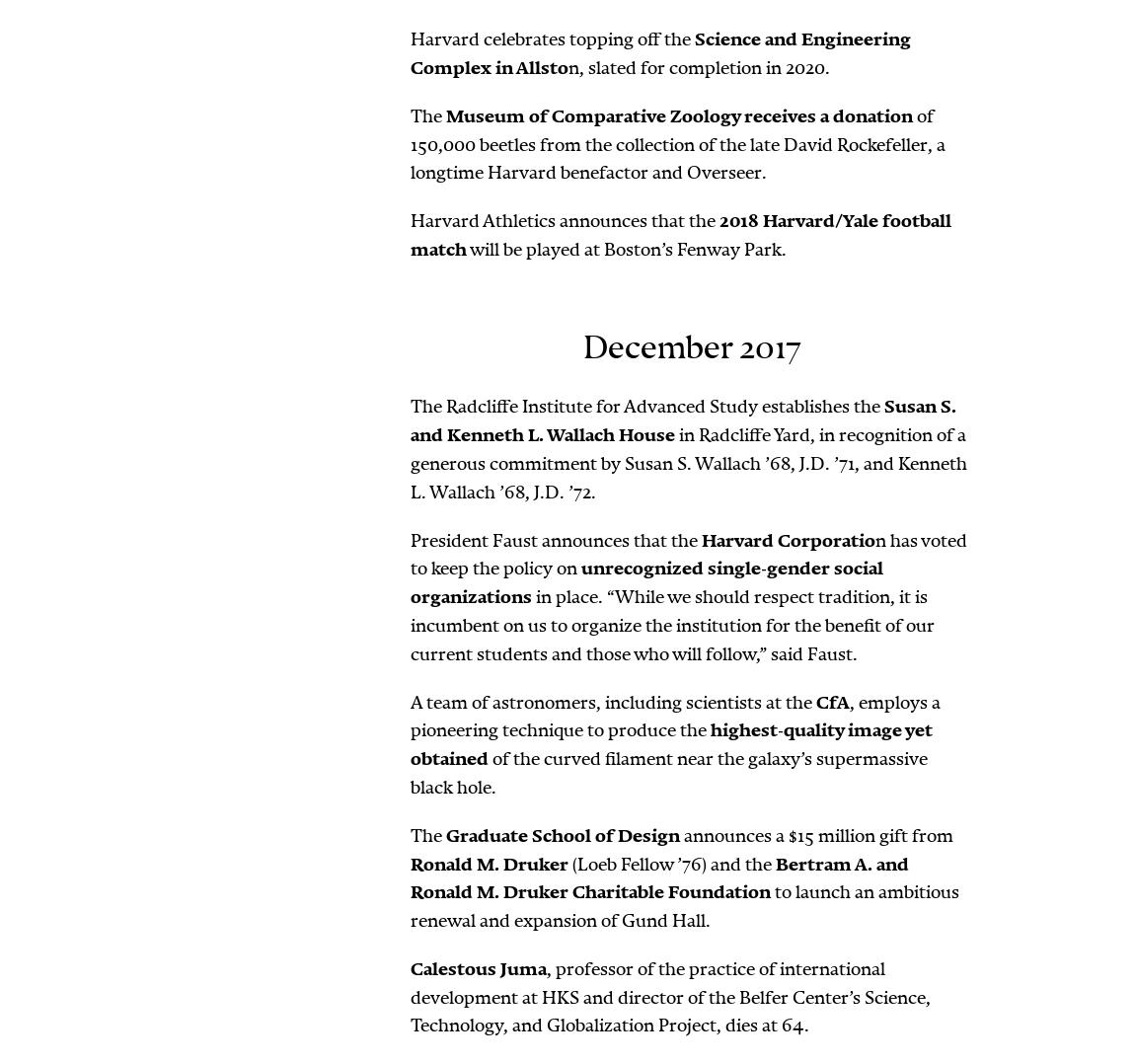  Describe the element at coordinates (565, 221) in the screenshot. I see `'Harvard Athletics announces that the'` at that location.